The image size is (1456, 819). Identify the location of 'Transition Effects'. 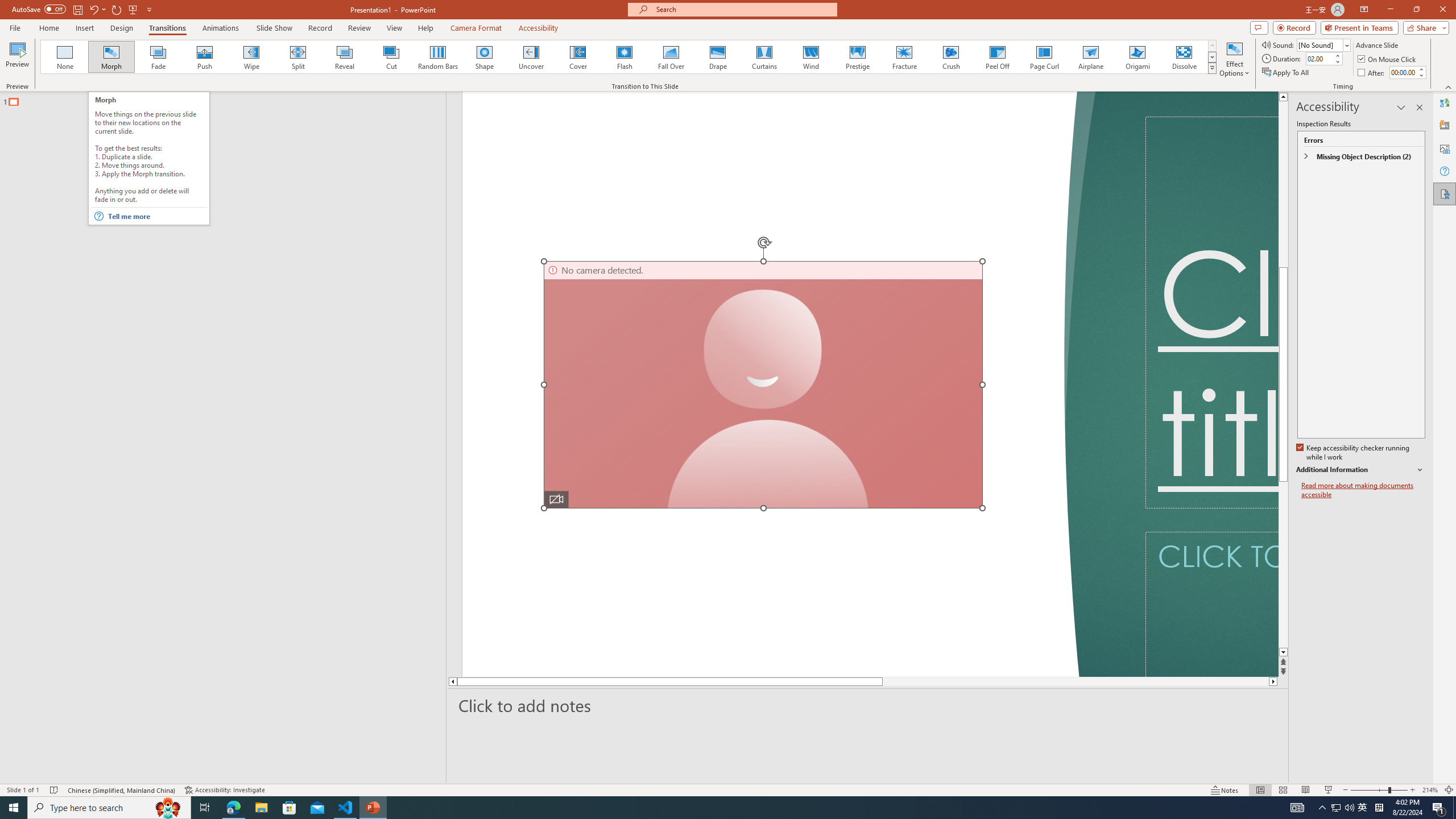
(1212, 67).